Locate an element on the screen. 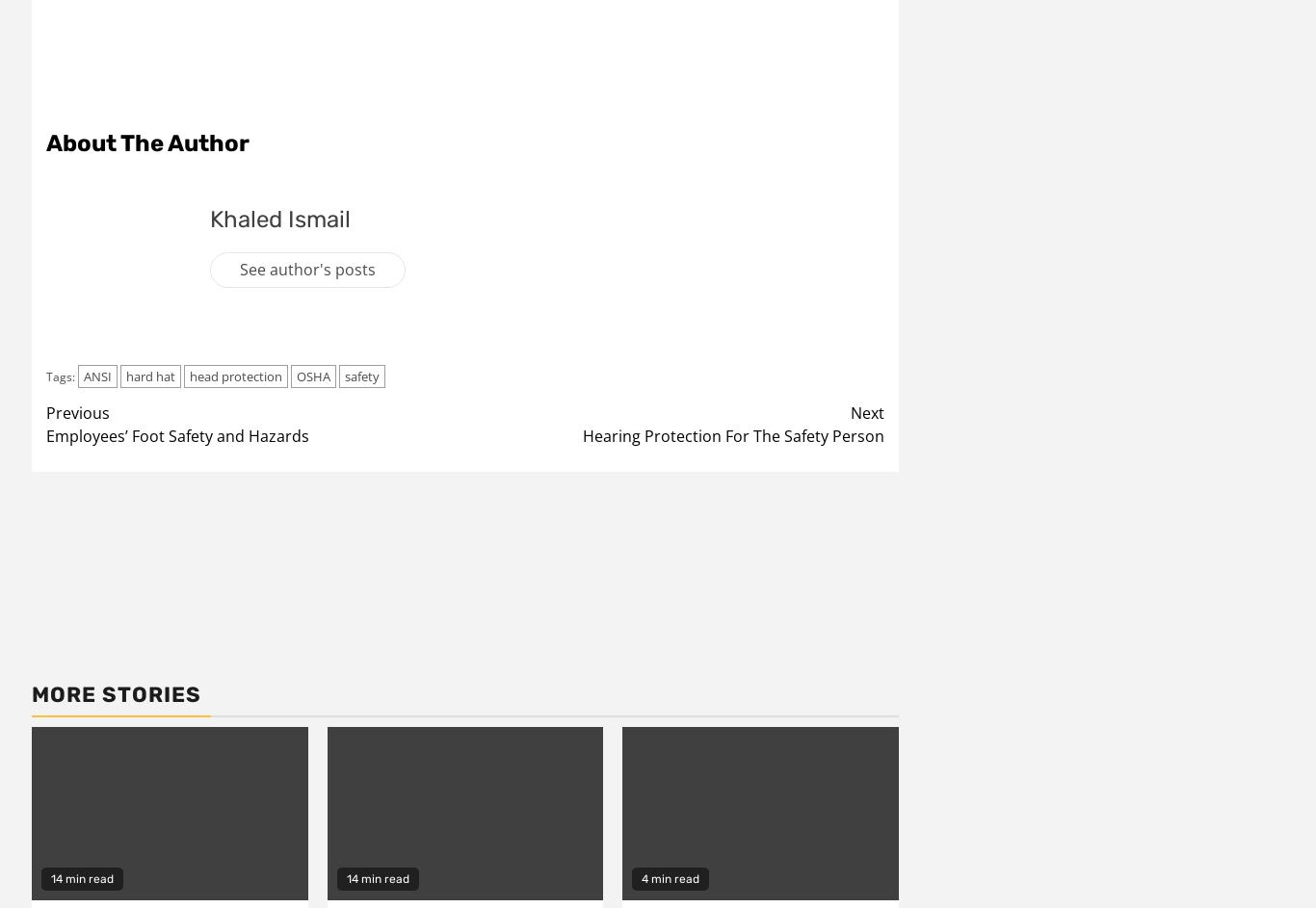  'OSHA' is located at coordinates (313, 375).